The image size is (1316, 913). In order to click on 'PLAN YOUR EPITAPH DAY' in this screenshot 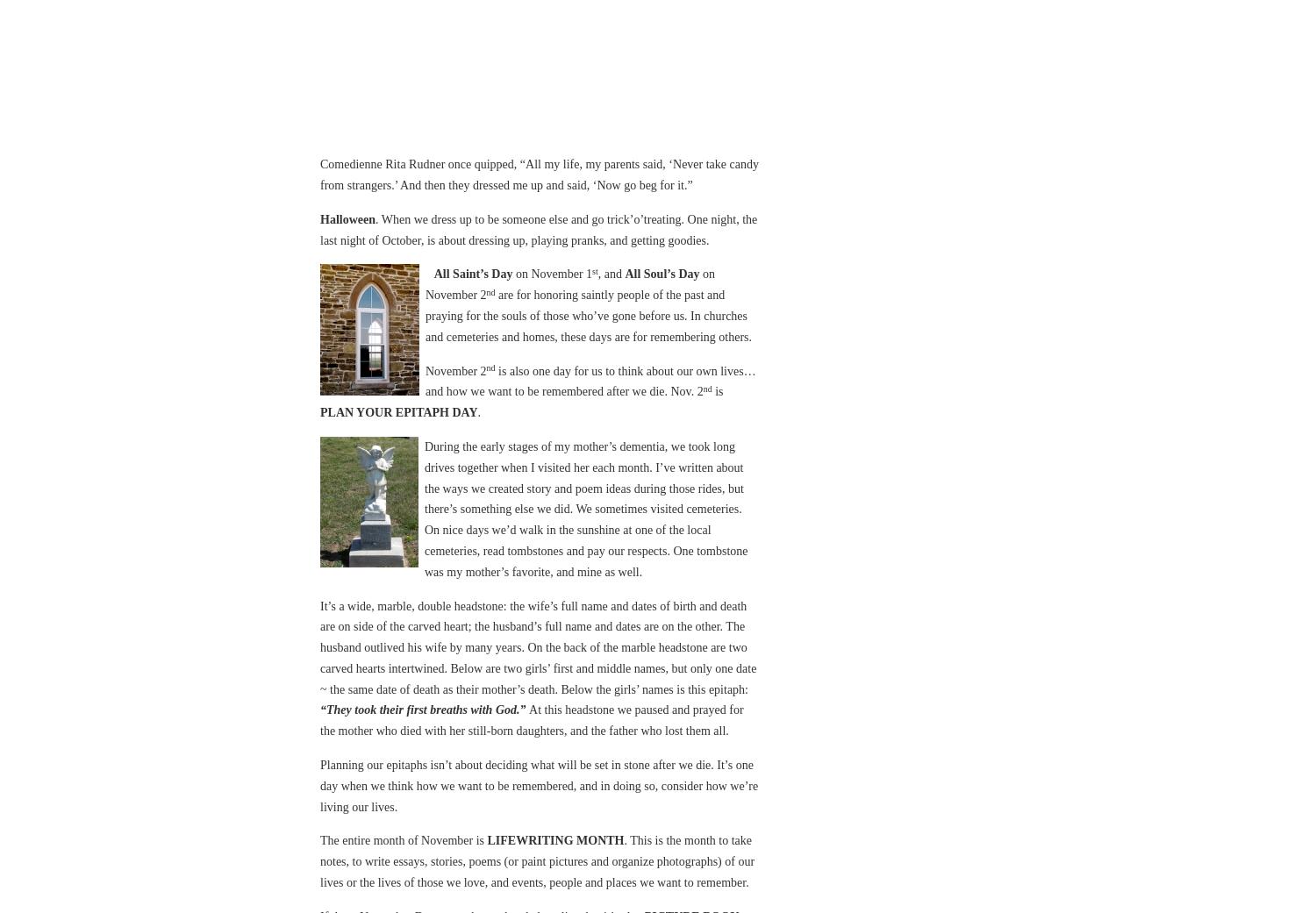, I will do `click(397, 411)`.